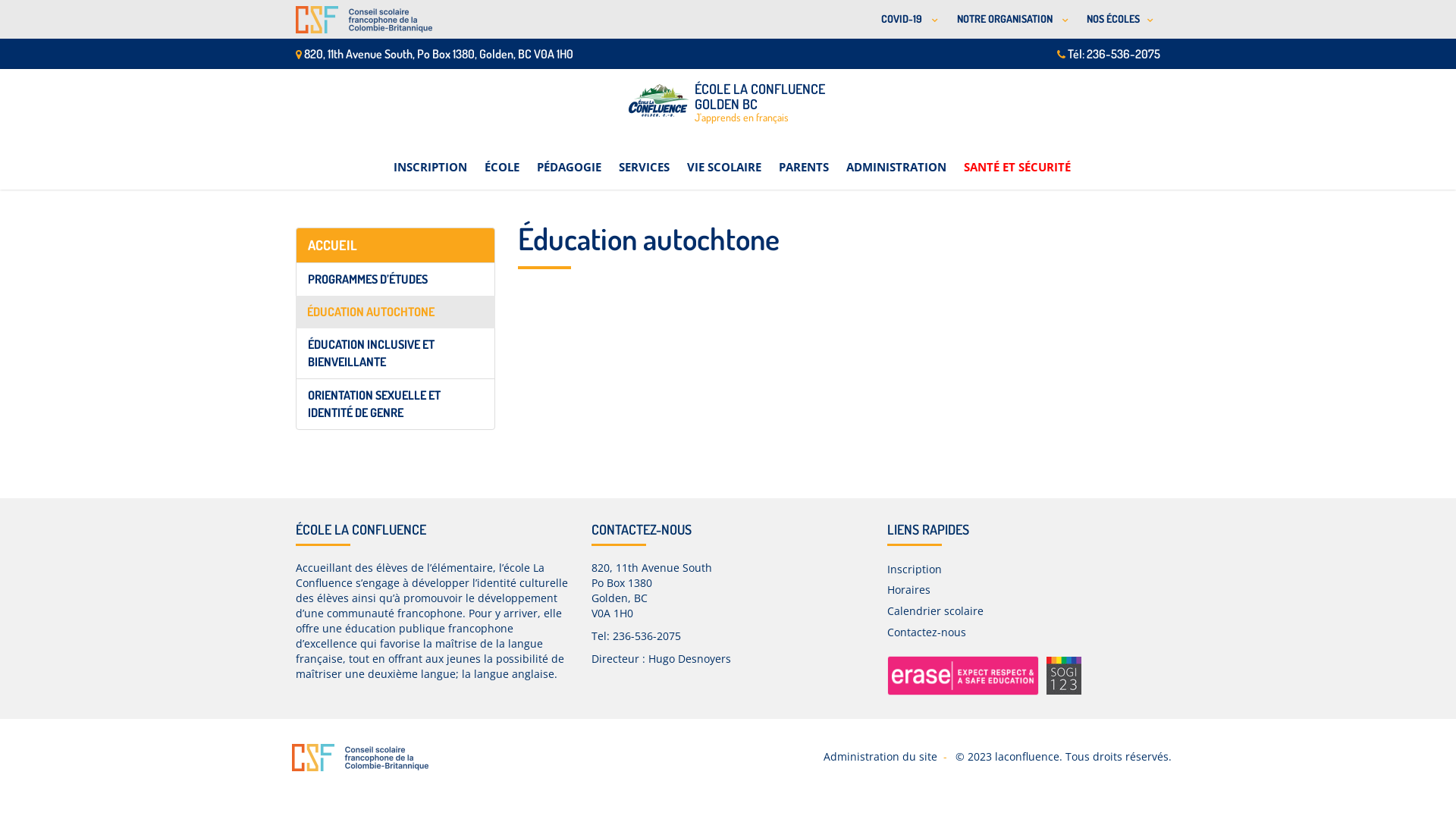 The image size is (1456, 819). What do you see at coordinates (689, 657) in the screenshot?
I see `'Hugo Desnoyers'` at bounding box center [689, 657].